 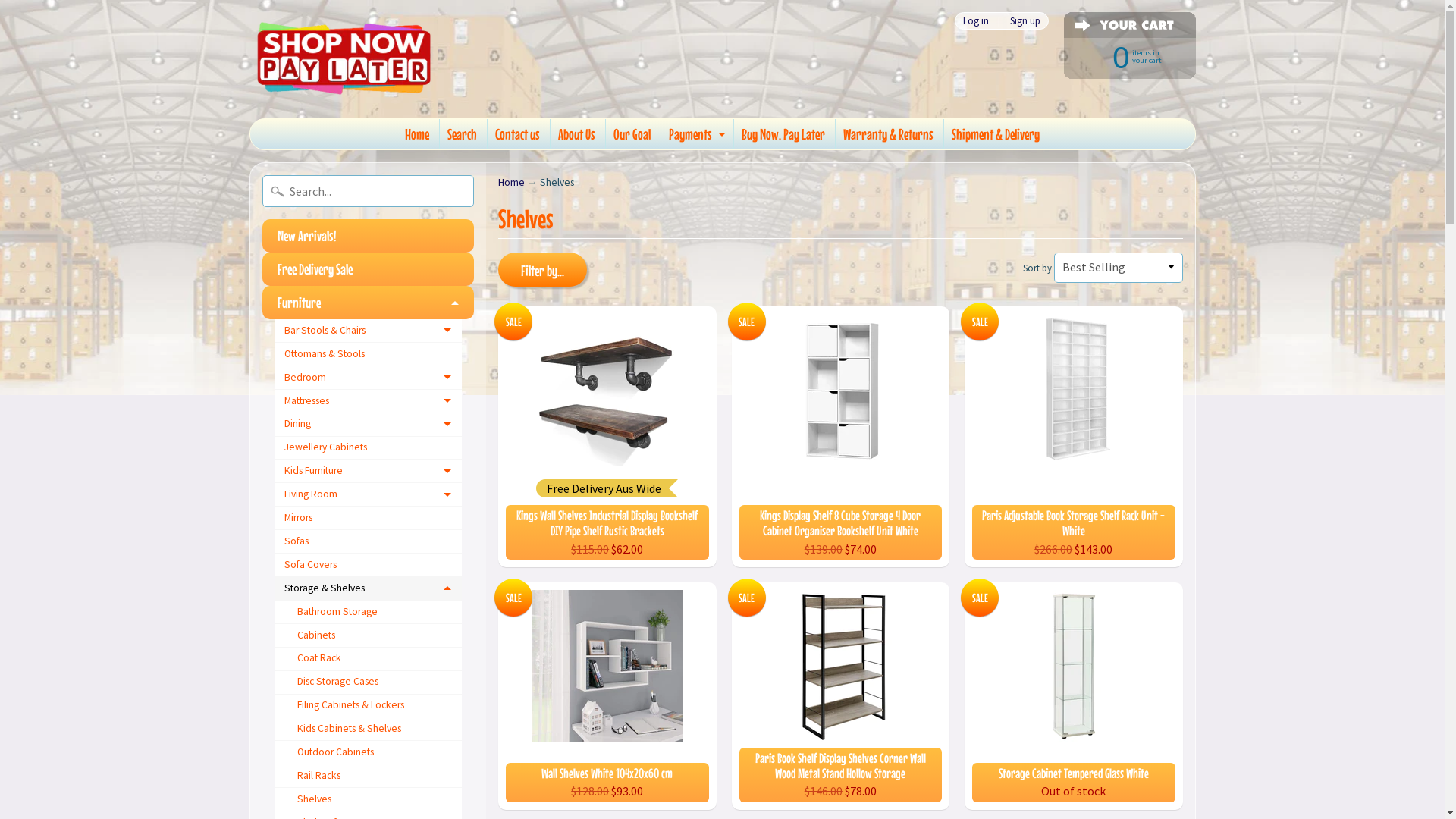 I want to click on 'Warranty & Returns', so click(x=888, y=133).